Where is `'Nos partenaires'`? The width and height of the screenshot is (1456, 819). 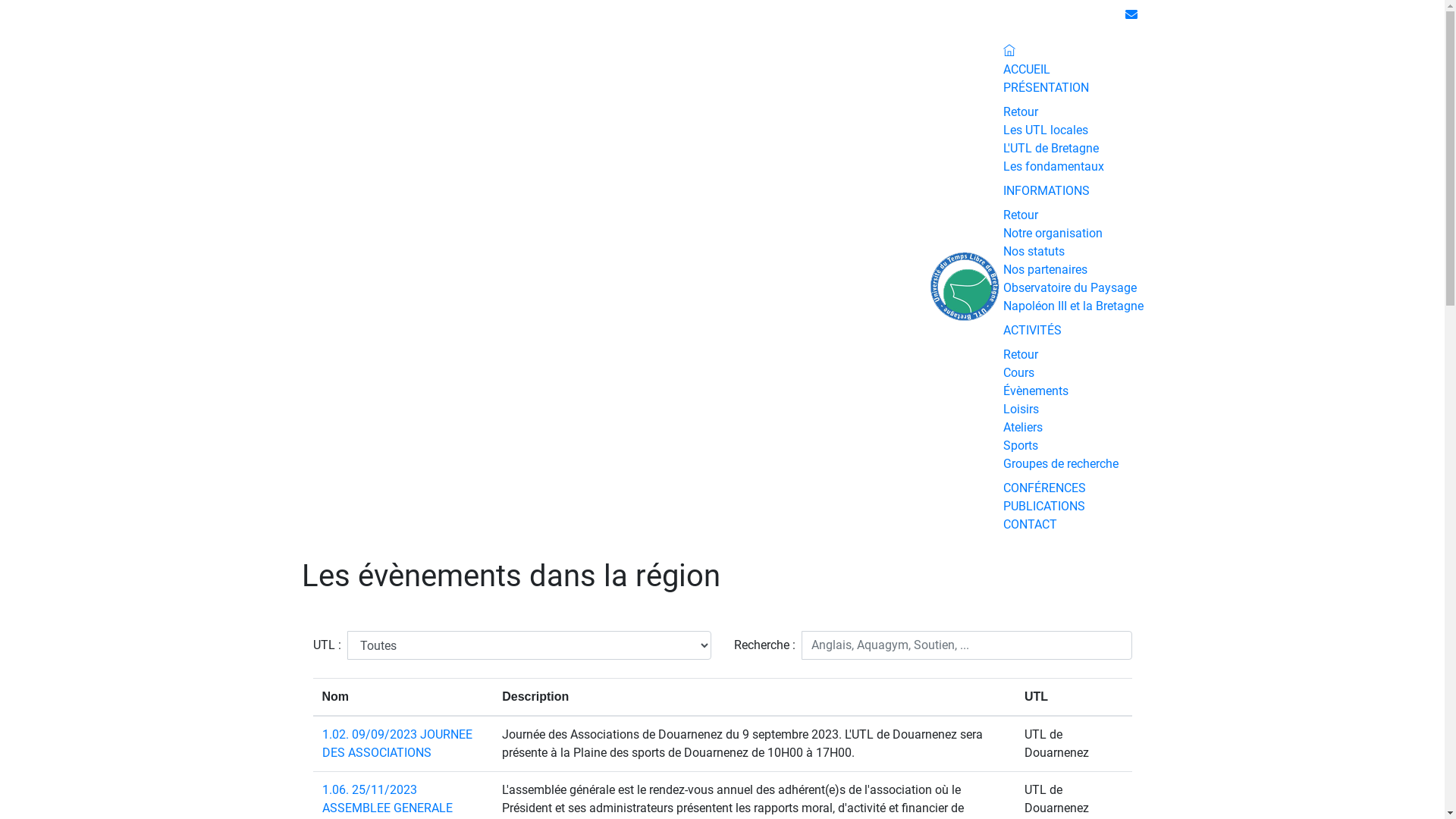
'Nos partenaires' is located at coordinates (1043, 268).